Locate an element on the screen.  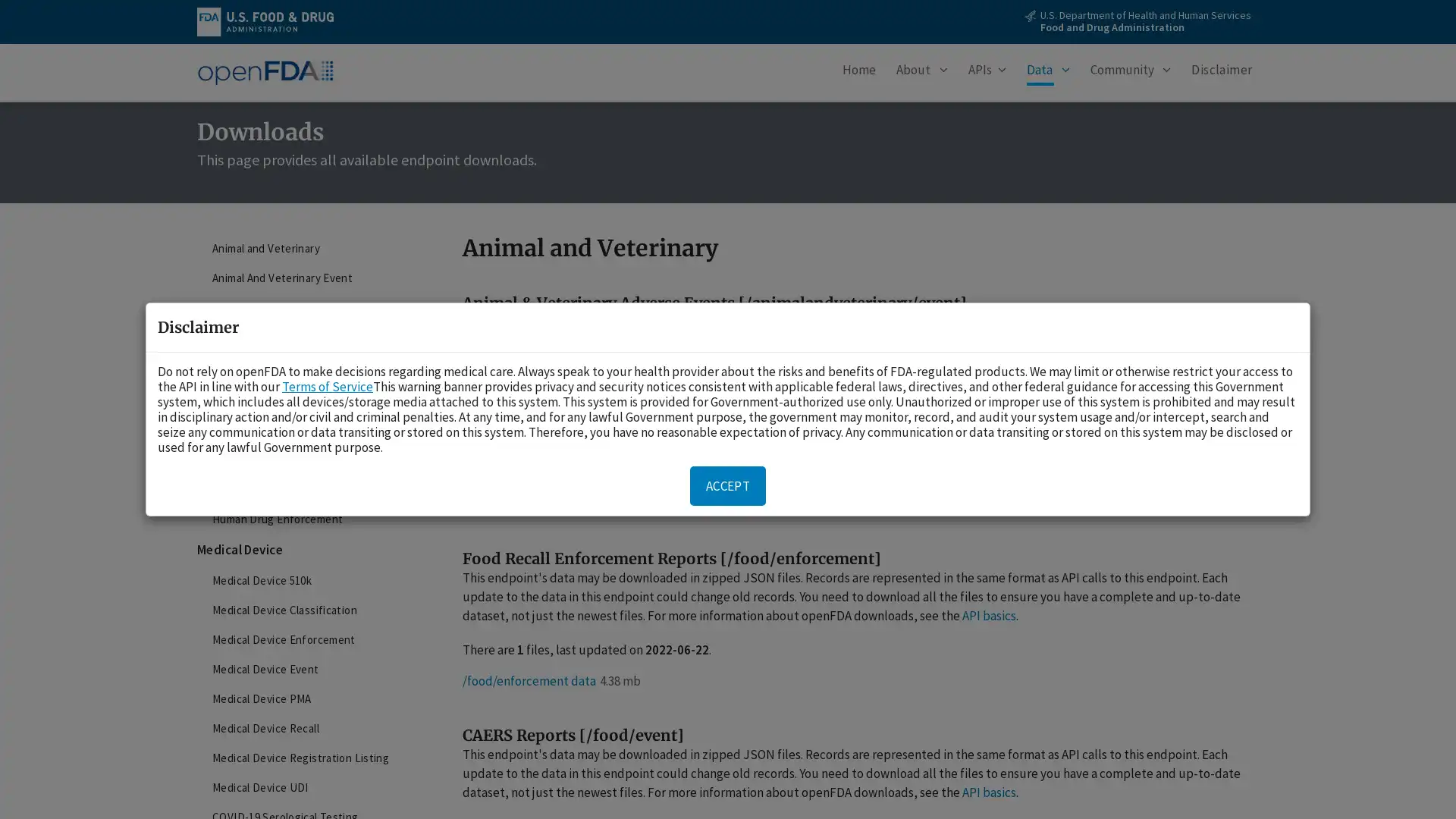
Medical Device Event is located at coordinates (309, 668).